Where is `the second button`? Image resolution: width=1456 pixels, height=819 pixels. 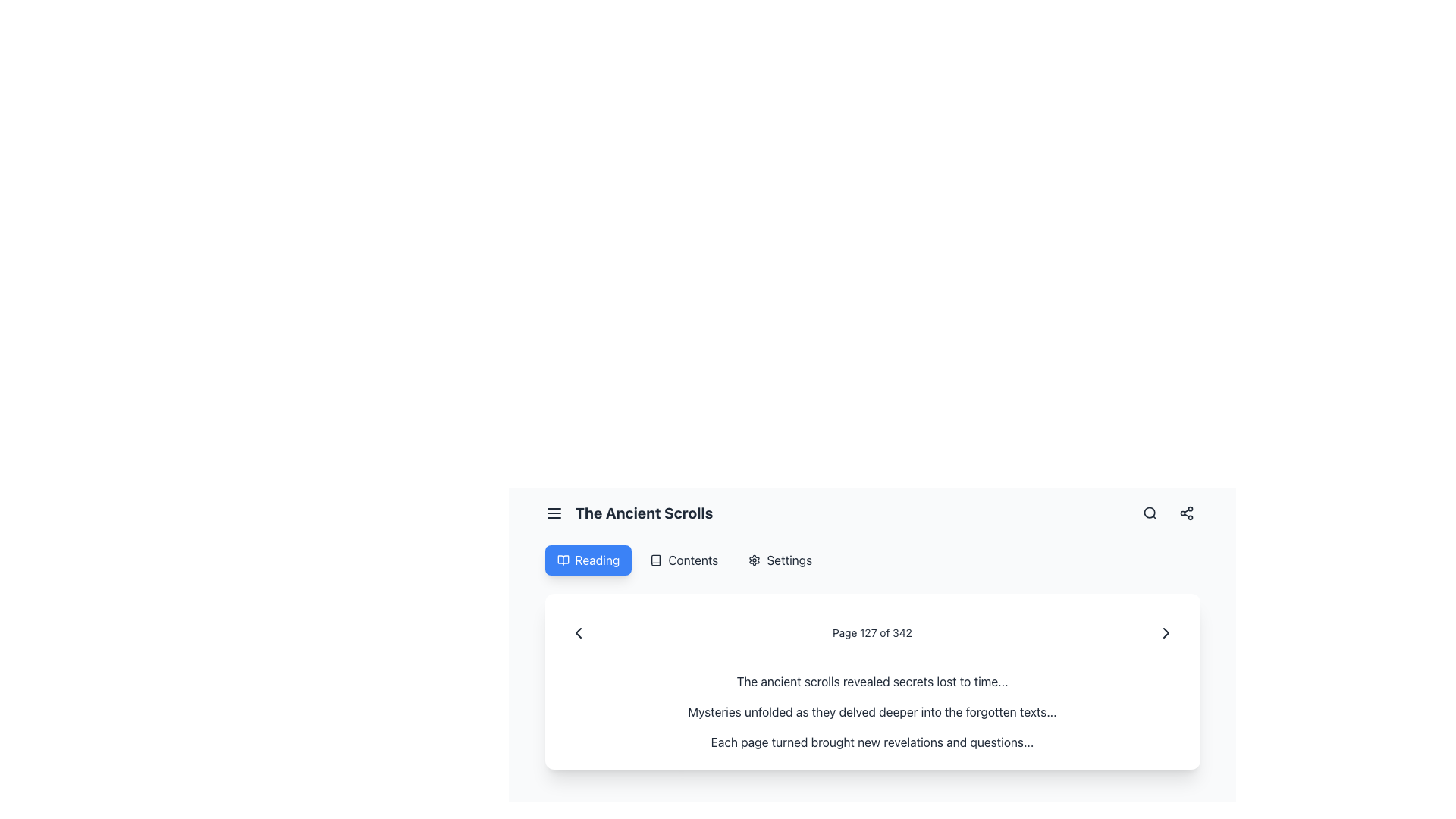
the second button is located at coordinates (683, 560).